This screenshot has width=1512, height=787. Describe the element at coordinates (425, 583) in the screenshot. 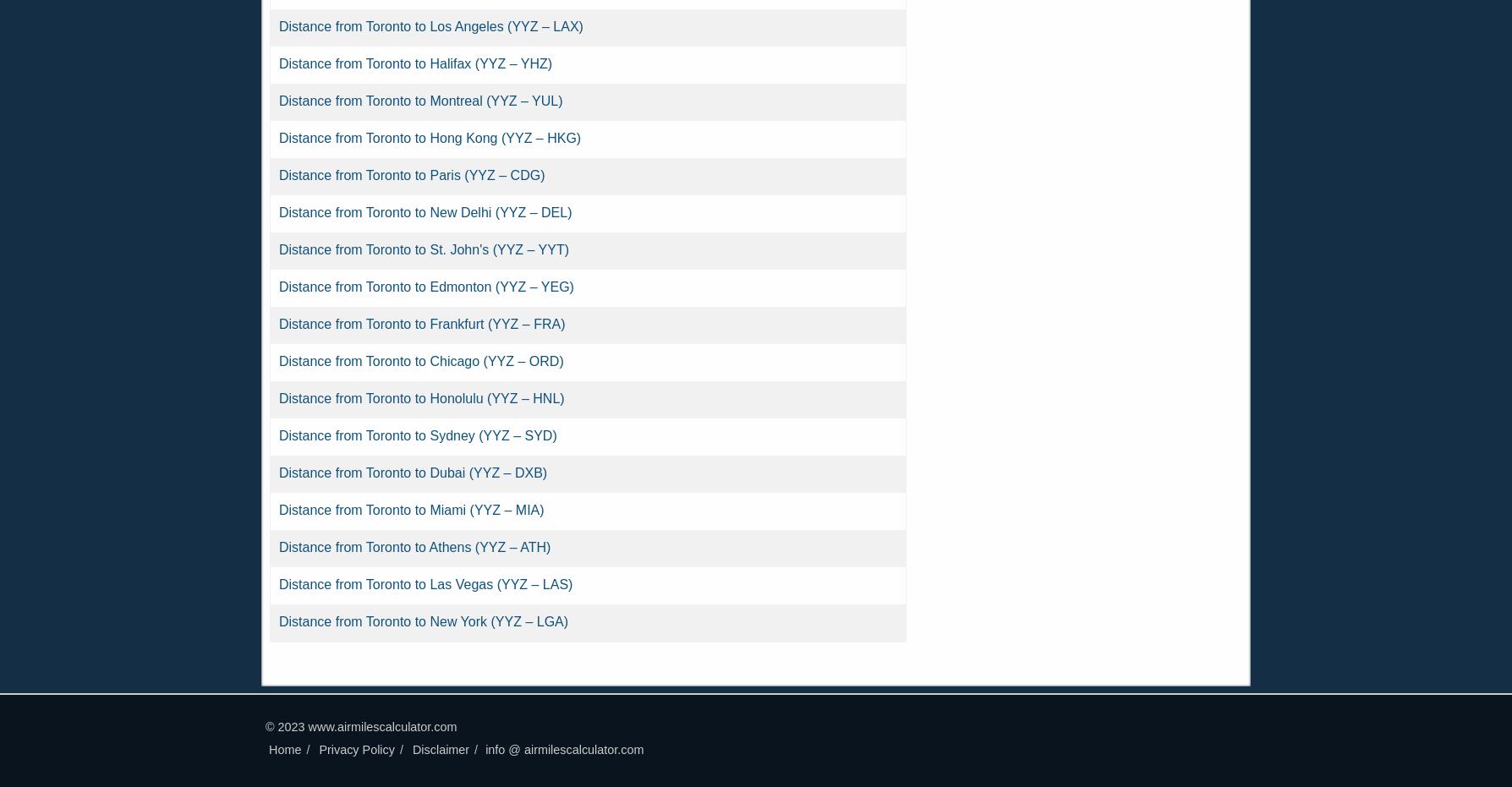

I see `'Distance from Toronto to Las Vegas (YYZ – LAS)'` at that location.